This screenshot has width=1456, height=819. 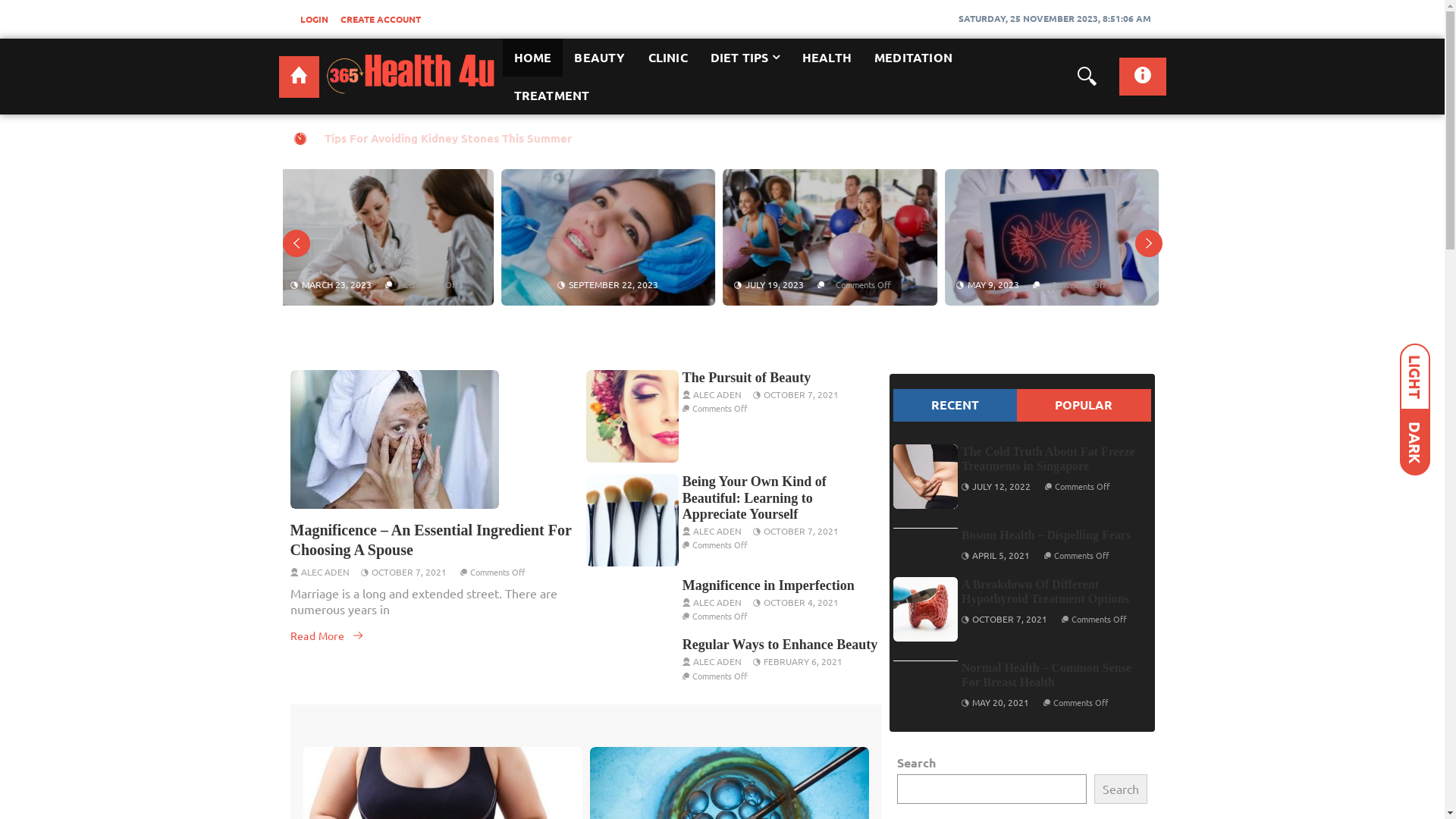 What do you see at coordinates (532, 57) in the screenshot?
I see `'HOME'` at bounding box center [532, 57].